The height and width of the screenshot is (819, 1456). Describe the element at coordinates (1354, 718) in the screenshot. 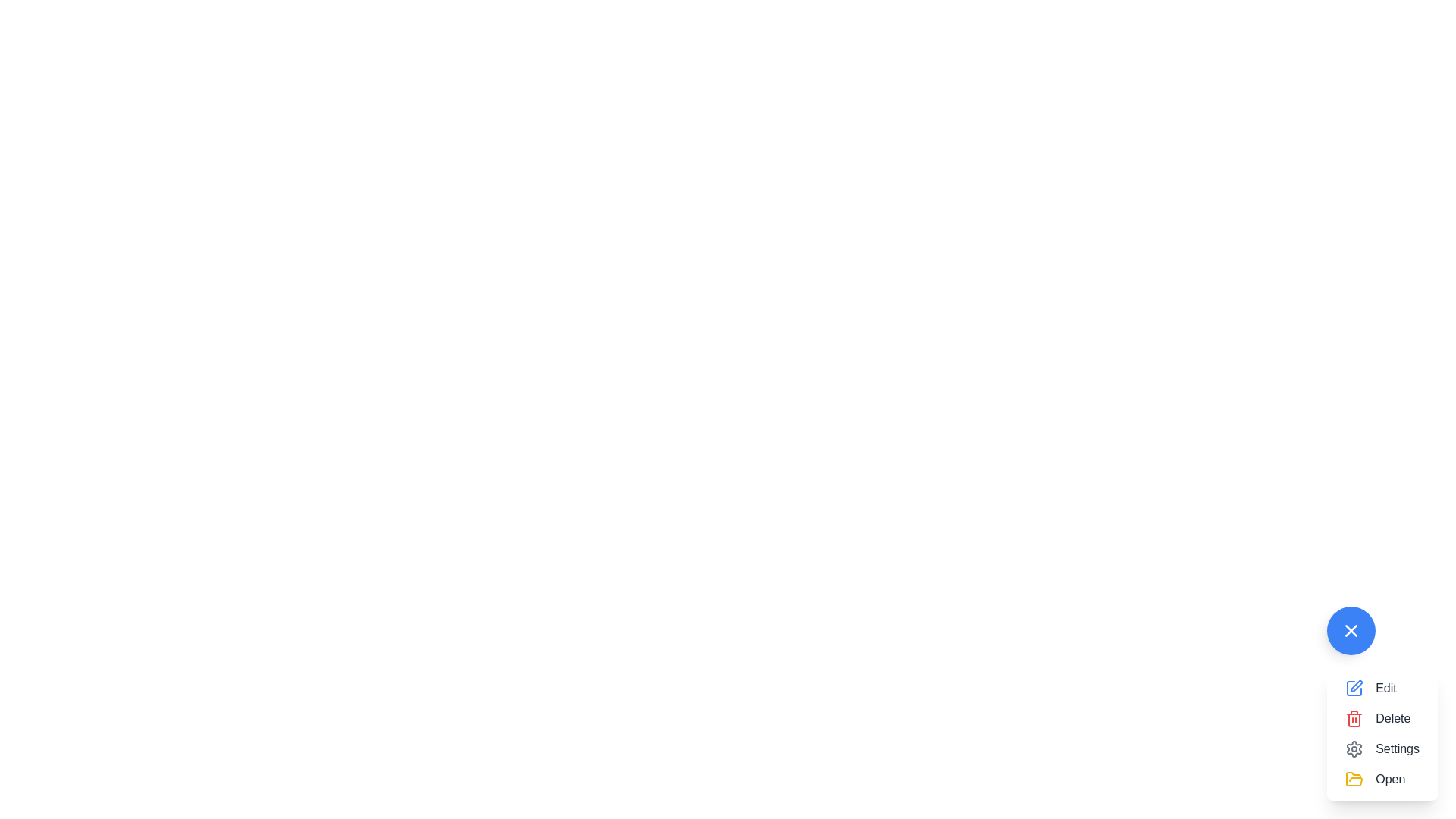

I see `the red trash can icon located in the floating action menu` at that location.